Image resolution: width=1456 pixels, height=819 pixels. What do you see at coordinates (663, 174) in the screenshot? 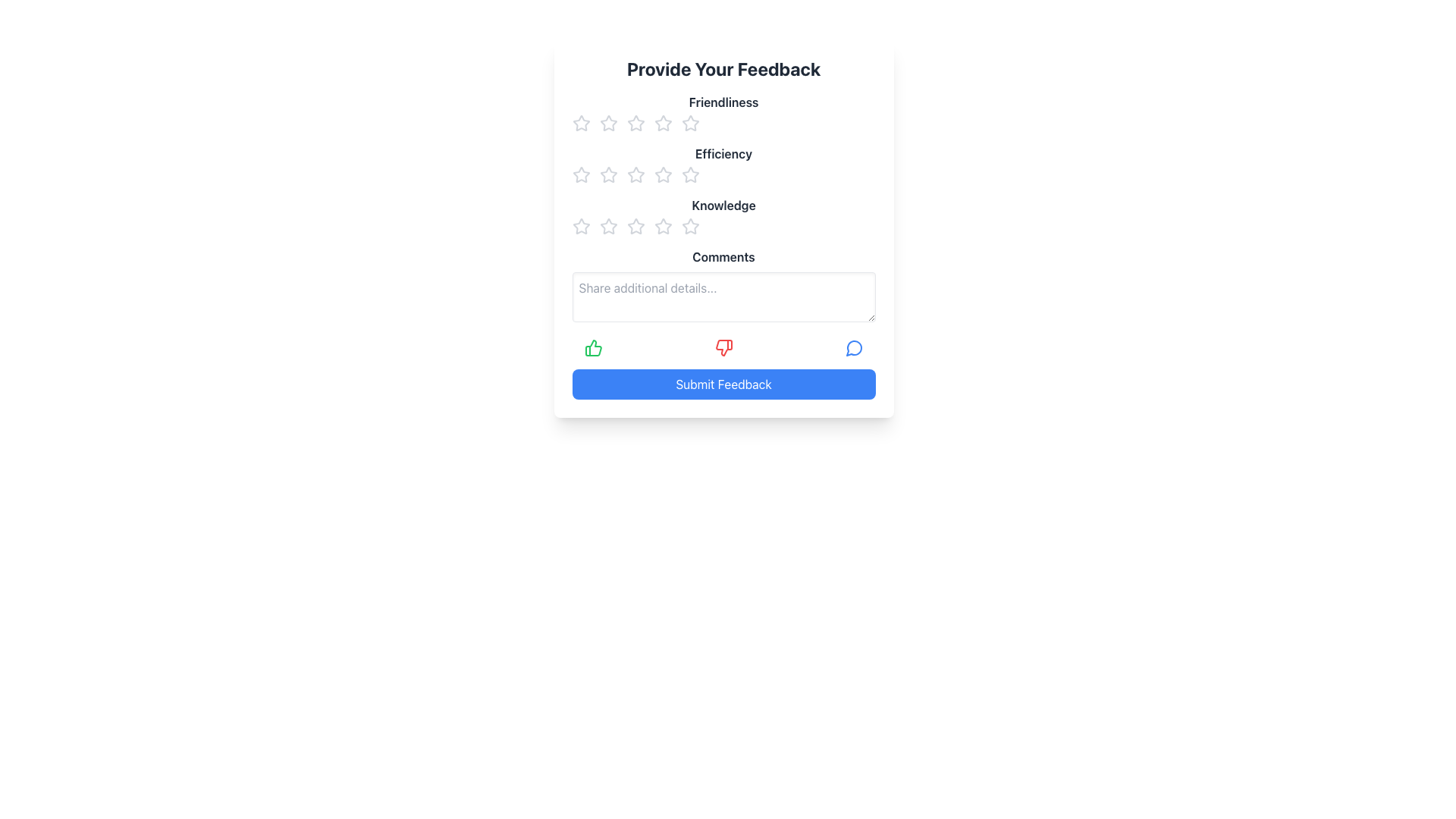
I see `the fourth star icon in the second row of the feedback form` at bounding box center [663, 174].